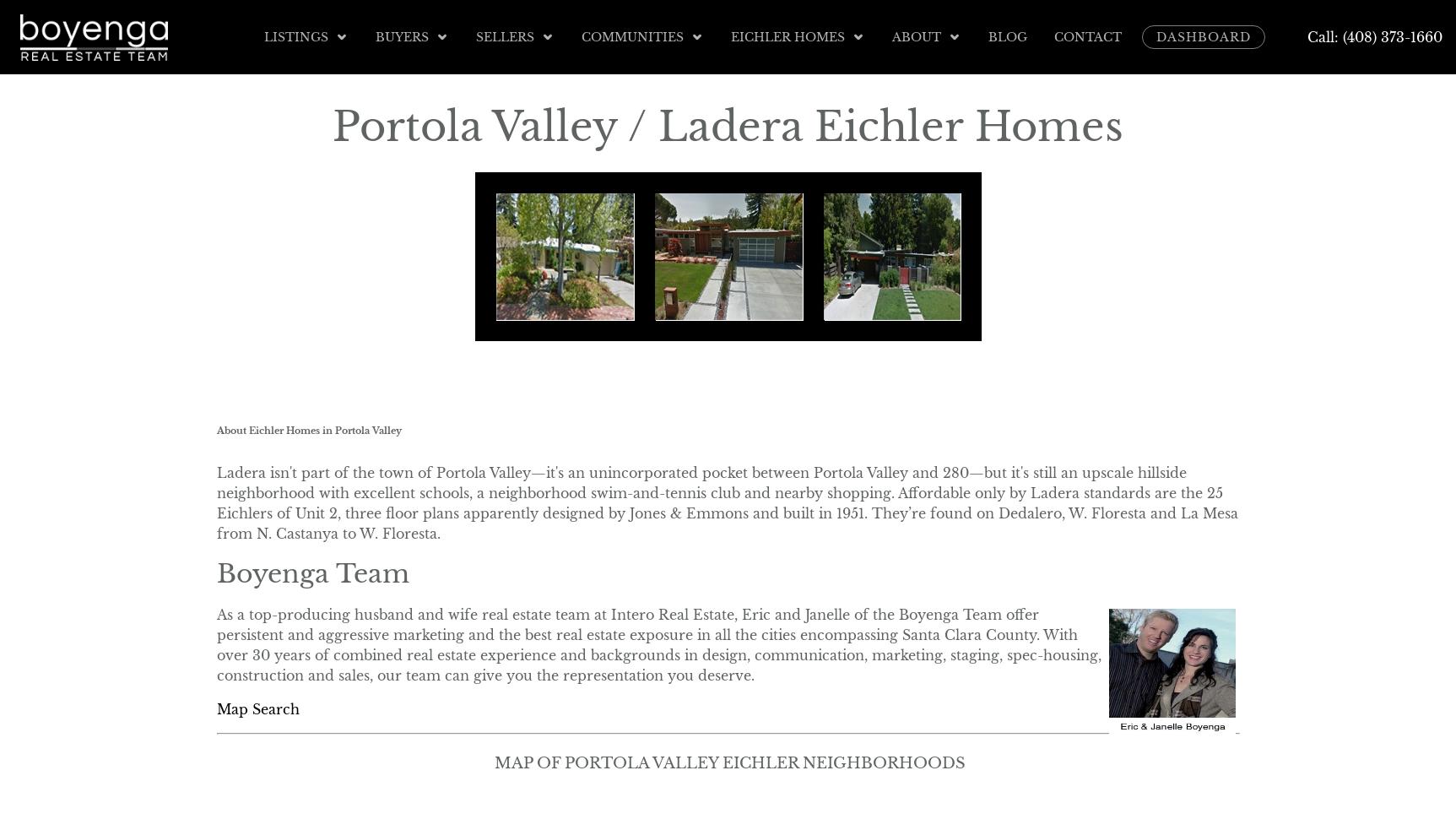  I want to click on 'Sellers', so click(504, 36).